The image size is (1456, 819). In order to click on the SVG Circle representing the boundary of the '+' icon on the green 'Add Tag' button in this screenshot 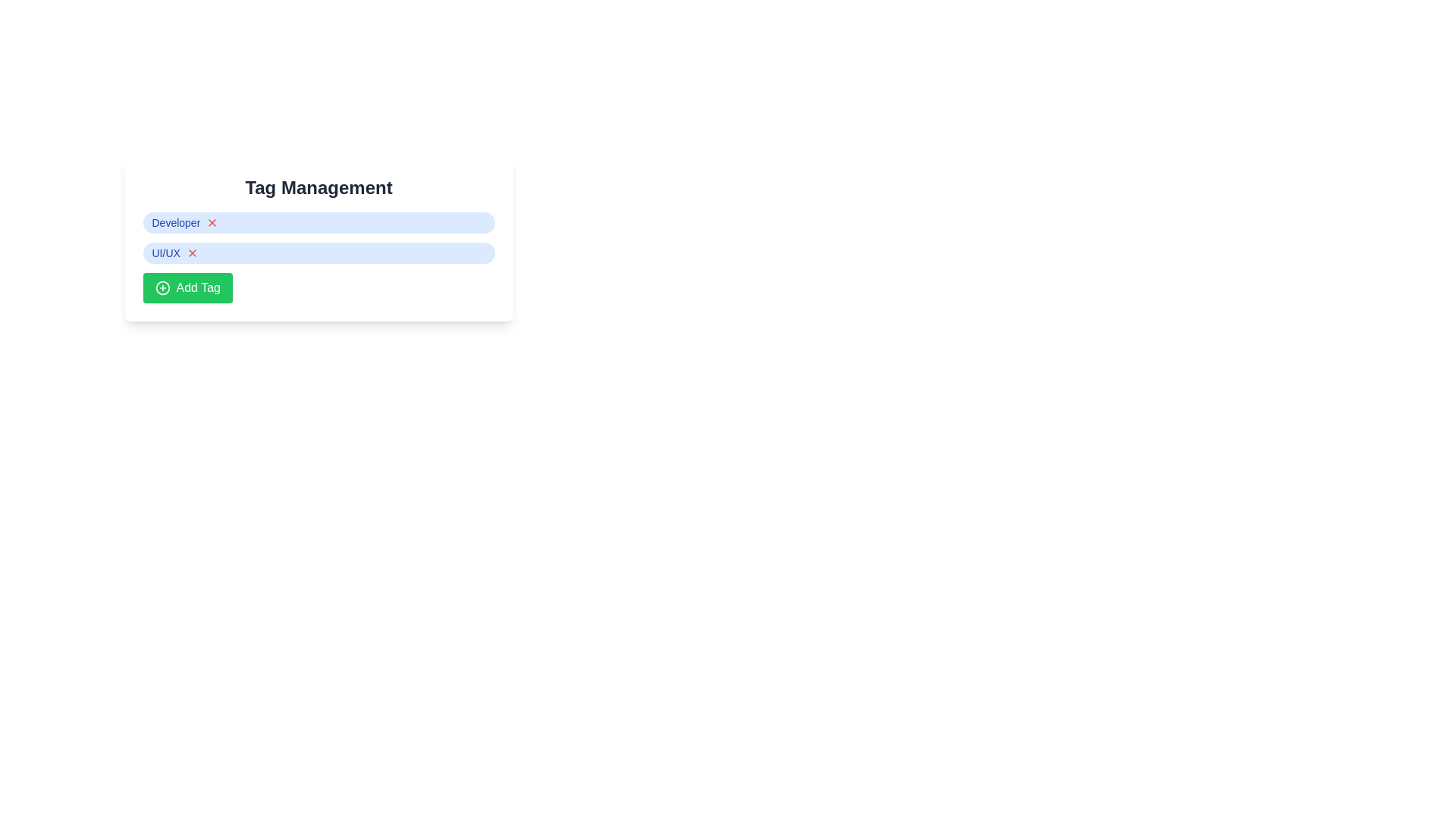, I will do `click(162, 288)`.